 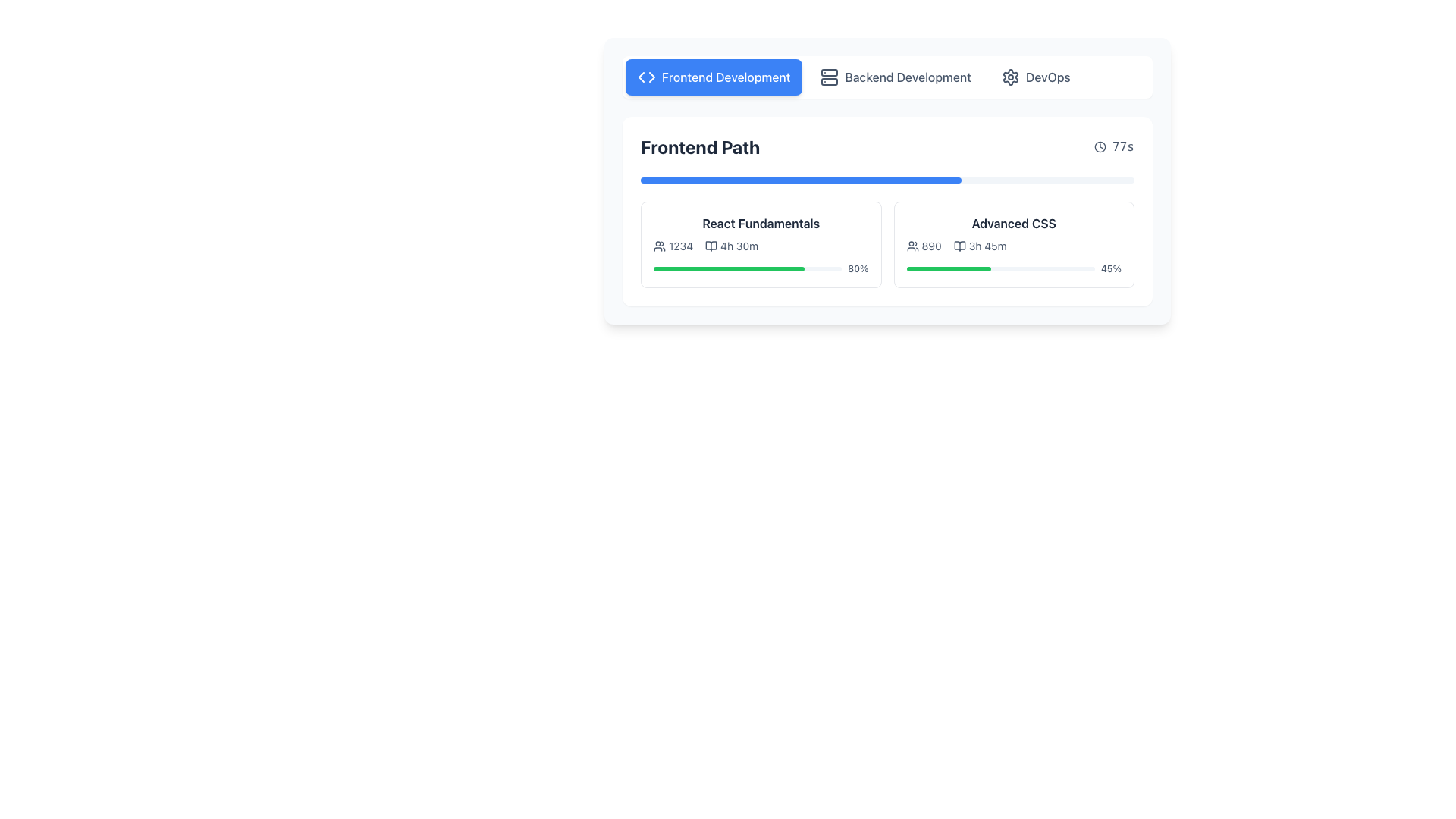 I want to click on the text element that serves as an indicator or counter for participants, located immediately right of a user group icon, so click(x=930, y=245).